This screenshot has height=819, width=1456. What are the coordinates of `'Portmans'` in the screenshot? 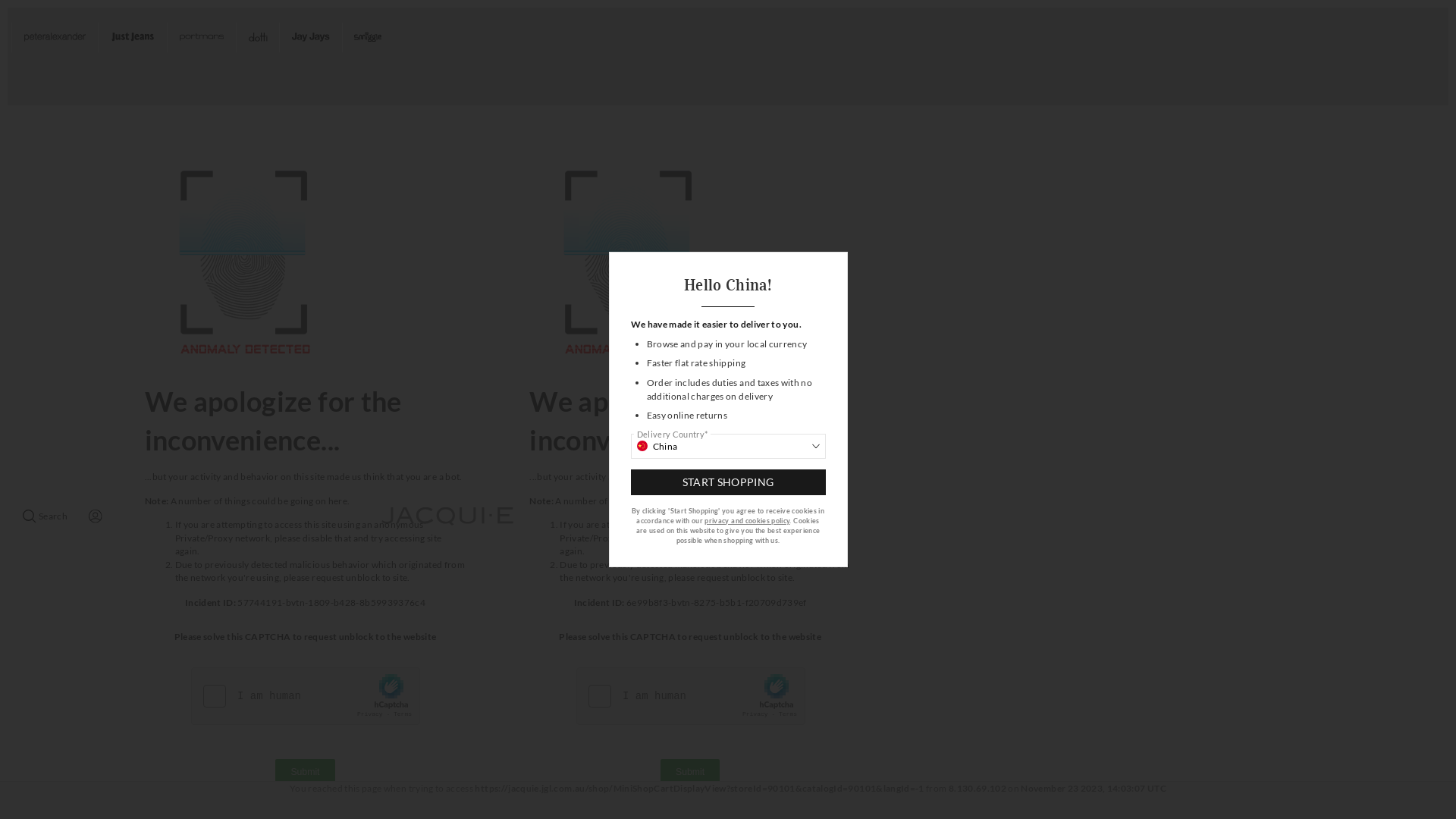 It's located at (167, 36).